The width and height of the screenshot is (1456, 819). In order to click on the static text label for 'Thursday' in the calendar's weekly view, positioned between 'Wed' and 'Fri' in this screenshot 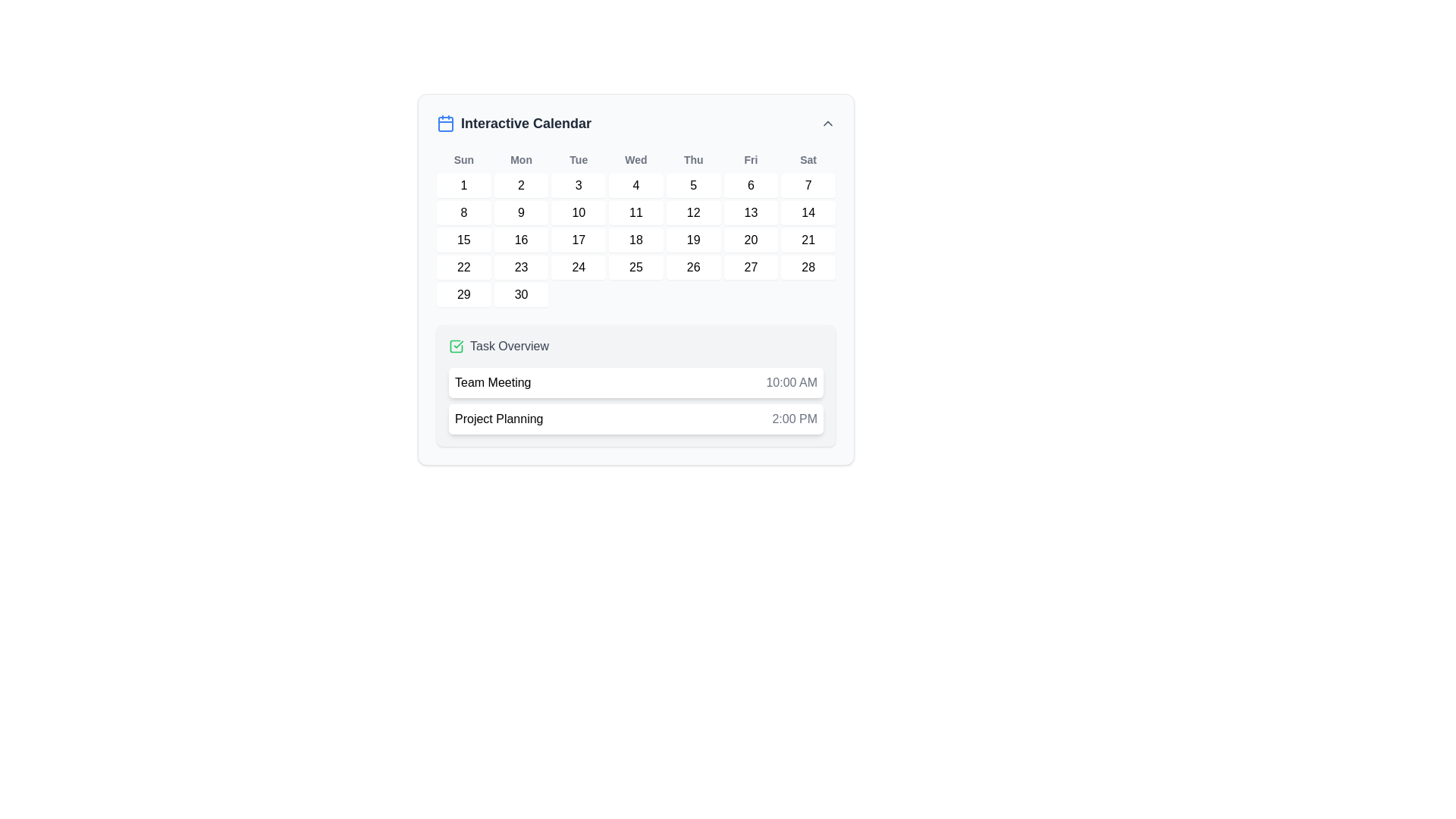, I will do `click(692, 160)`.